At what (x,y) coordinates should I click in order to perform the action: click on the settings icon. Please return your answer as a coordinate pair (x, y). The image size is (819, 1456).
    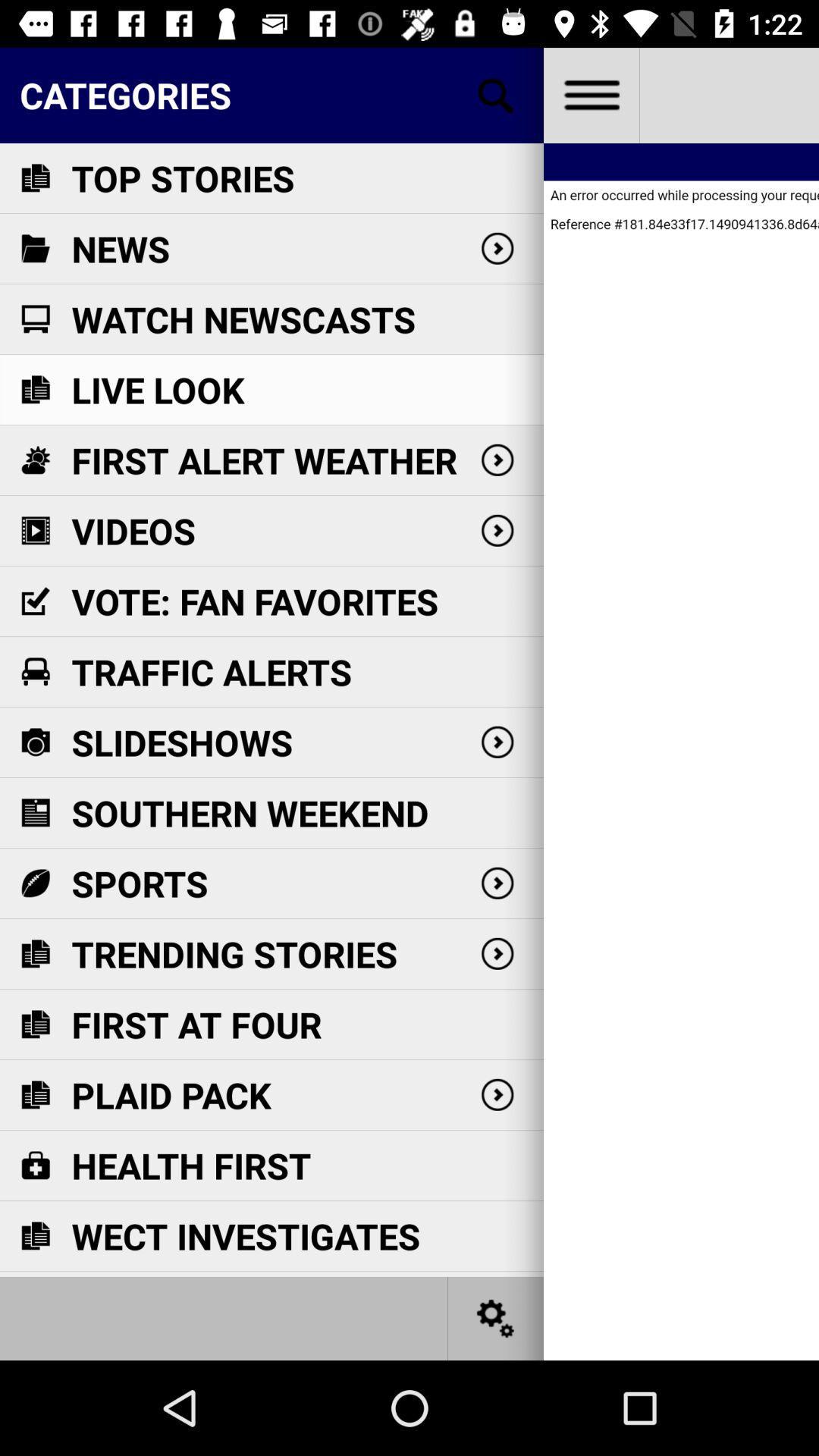
    Looking at the image, I should click on (496, 1317).